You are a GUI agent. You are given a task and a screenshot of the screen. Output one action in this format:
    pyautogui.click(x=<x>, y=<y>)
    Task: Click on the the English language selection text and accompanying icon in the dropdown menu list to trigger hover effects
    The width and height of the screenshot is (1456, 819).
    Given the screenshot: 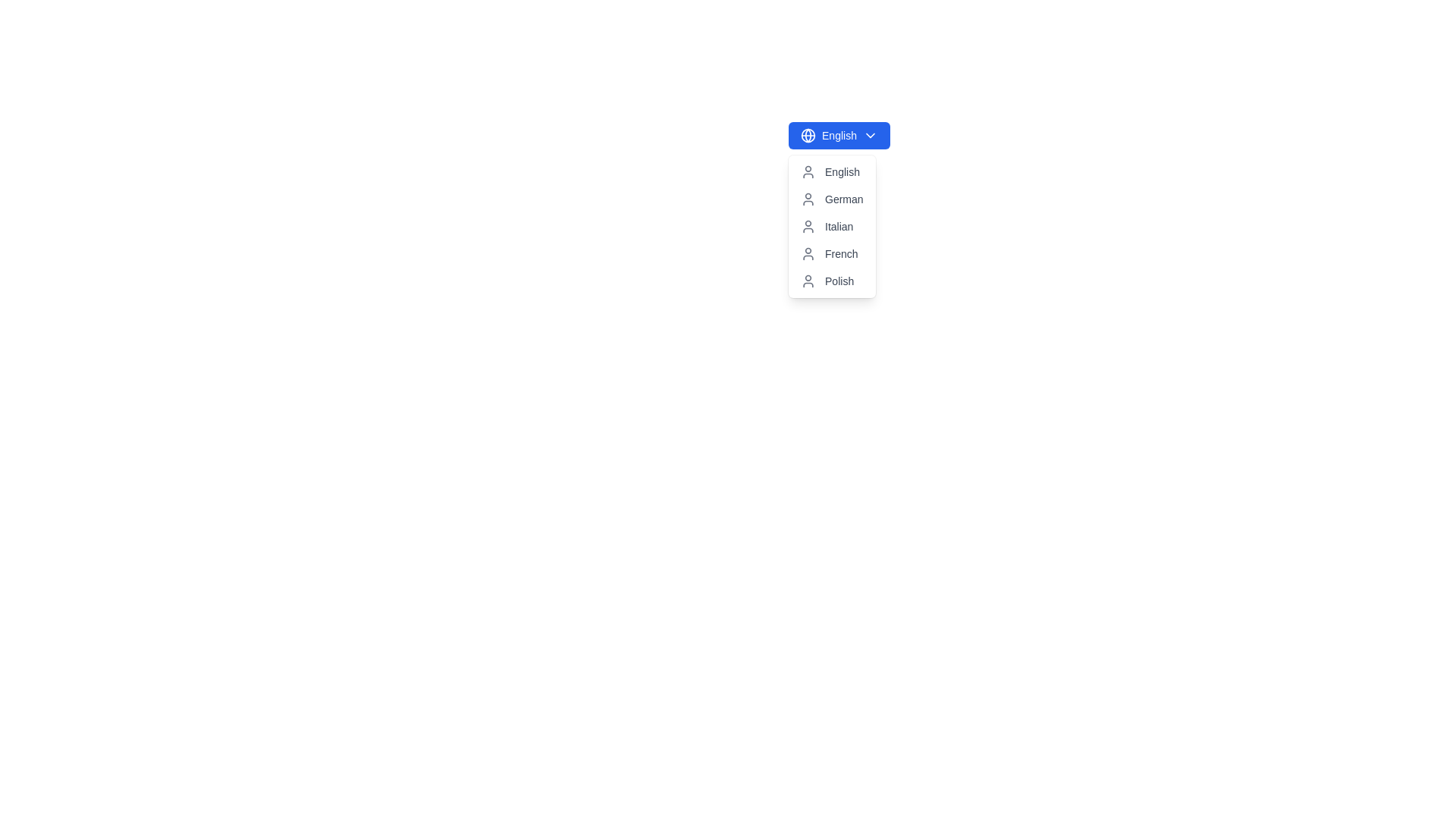 What is the action you would take?
    pyautogui.click(x=831, y=171)
    